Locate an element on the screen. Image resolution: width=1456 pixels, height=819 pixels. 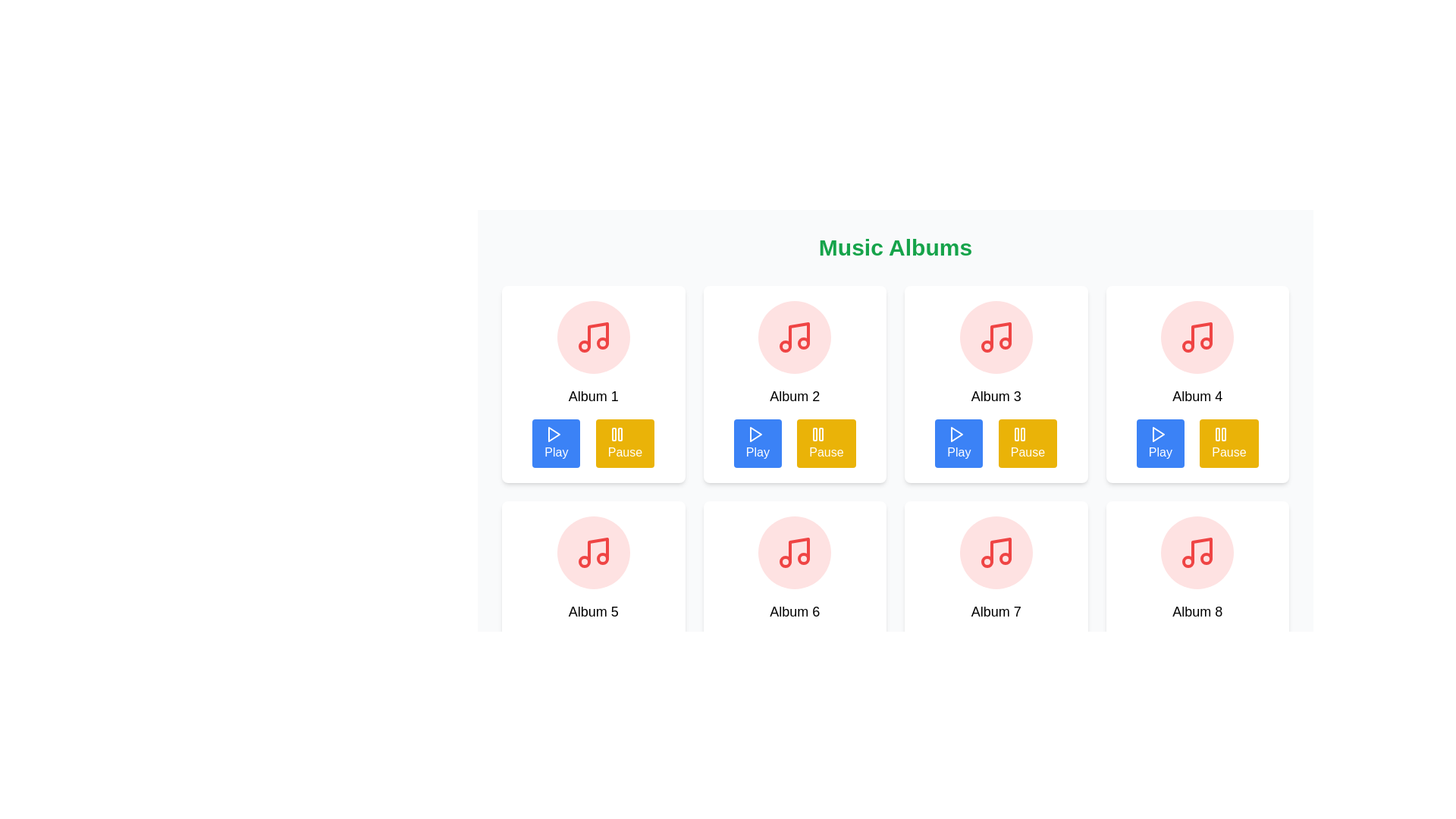
the text label displaying 'Album 2', which is centered in the second card of the album grid, located below the music icon and above the 'Play' and 'Pause' buttons is located at coordinates (794, 396).